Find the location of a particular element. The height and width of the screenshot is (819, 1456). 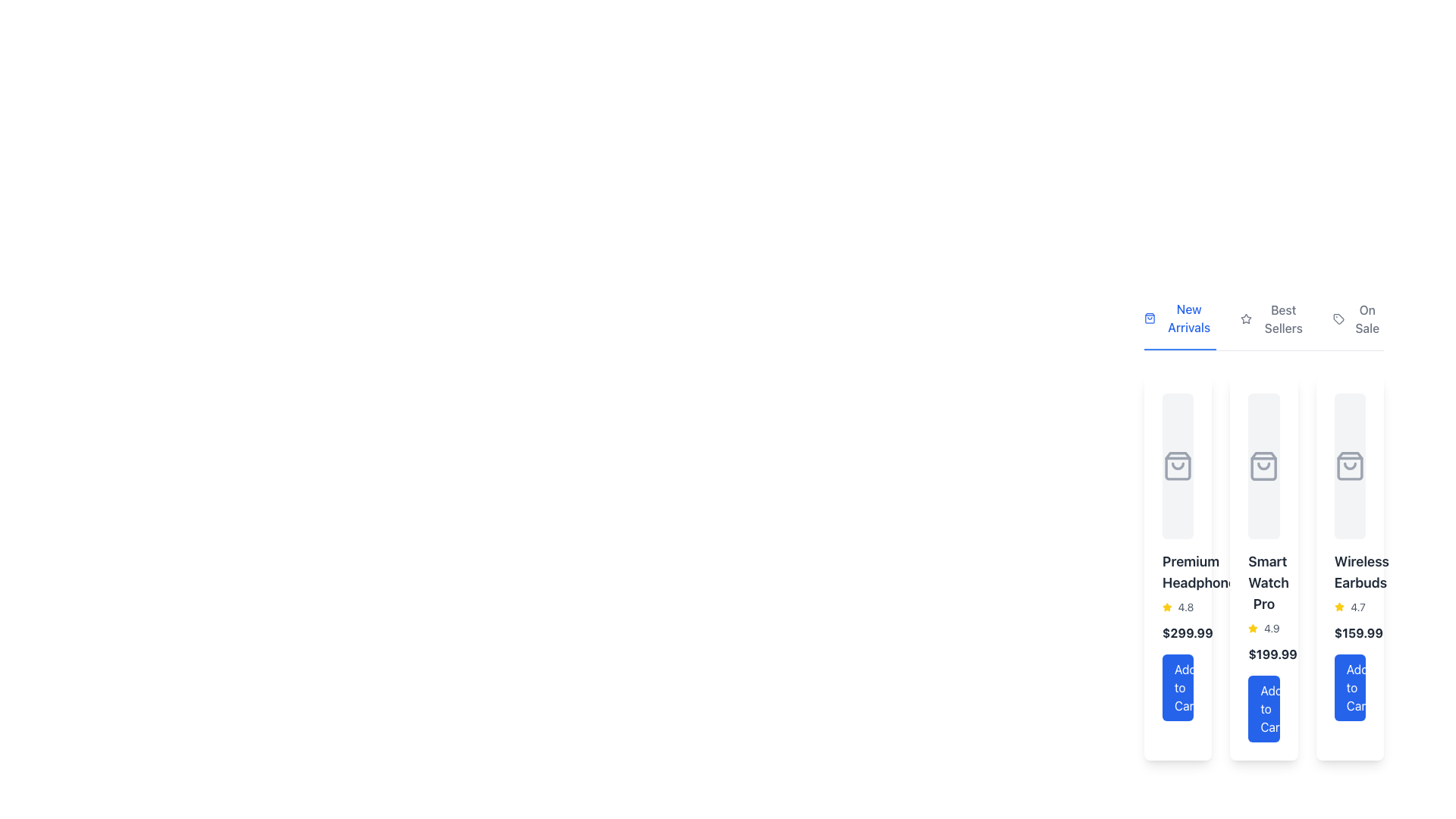

the 'Wireless Earbuds' product card is located at coordinates (1350, 567).